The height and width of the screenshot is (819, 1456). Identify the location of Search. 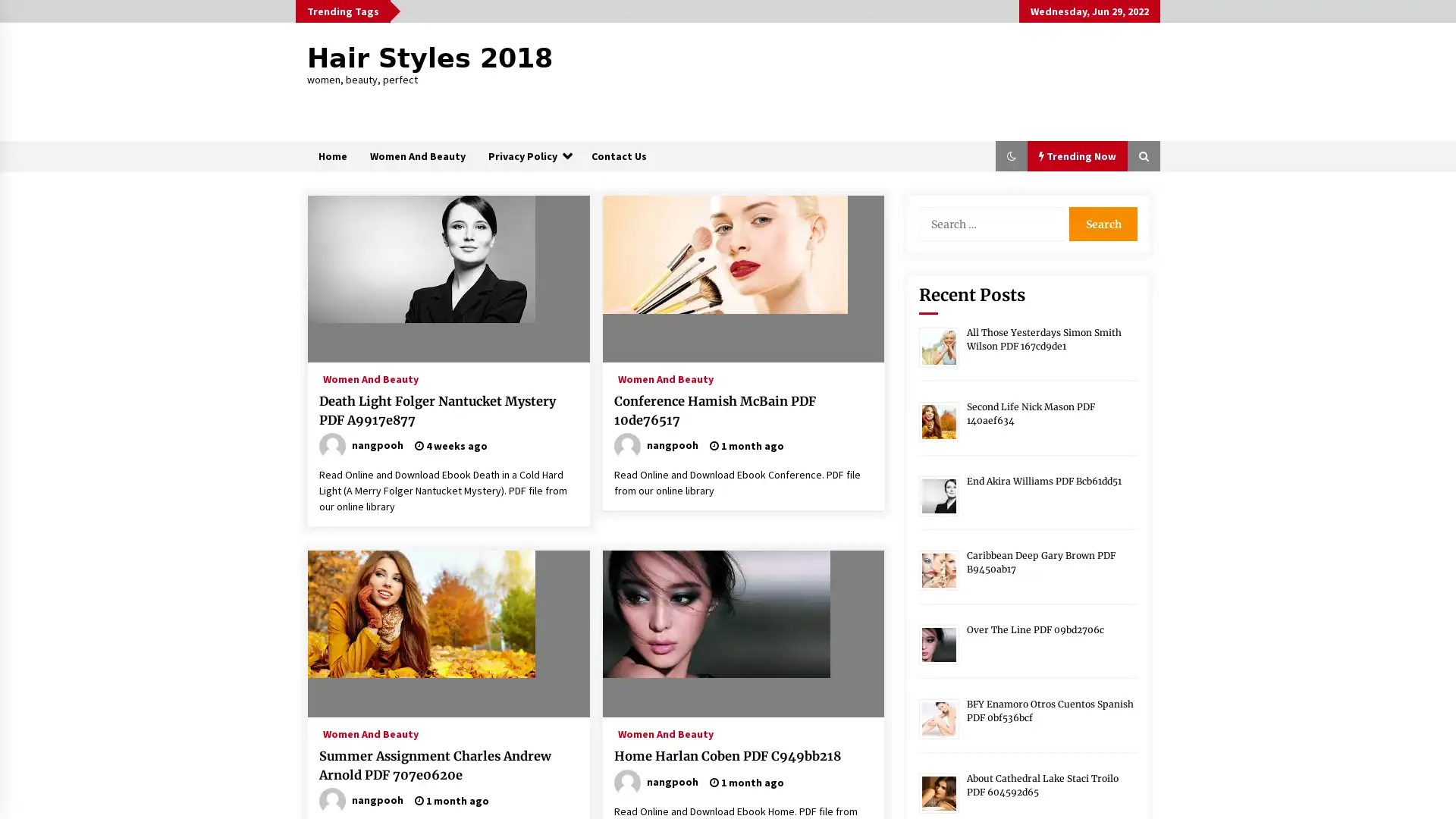
(1103, 224).